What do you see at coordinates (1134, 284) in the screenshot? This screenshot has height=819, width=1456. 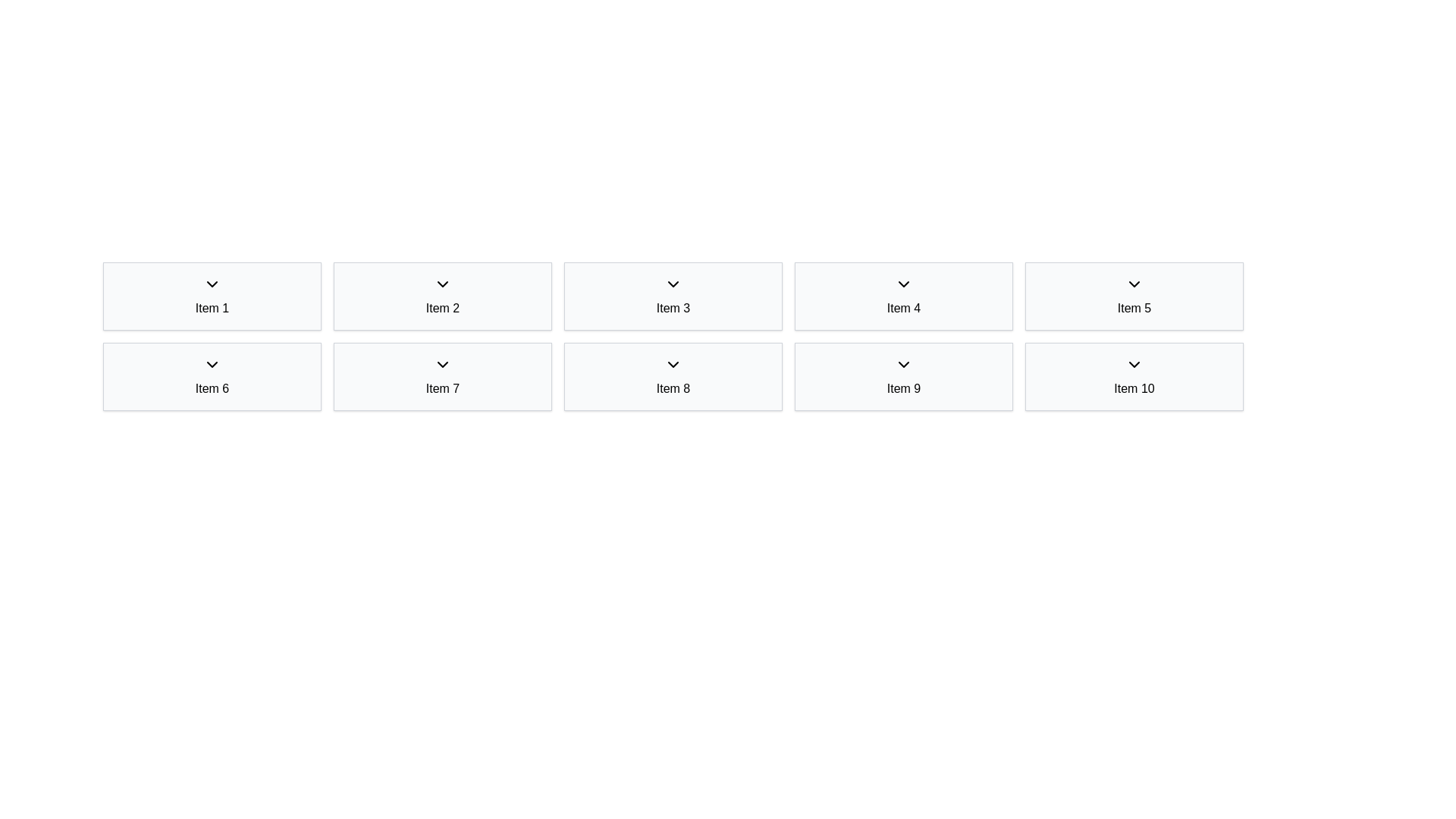 I see `the downward-pointing chevron icon located at the top of the card labeled 'Item 5'` at bounding box center [1134, 284].